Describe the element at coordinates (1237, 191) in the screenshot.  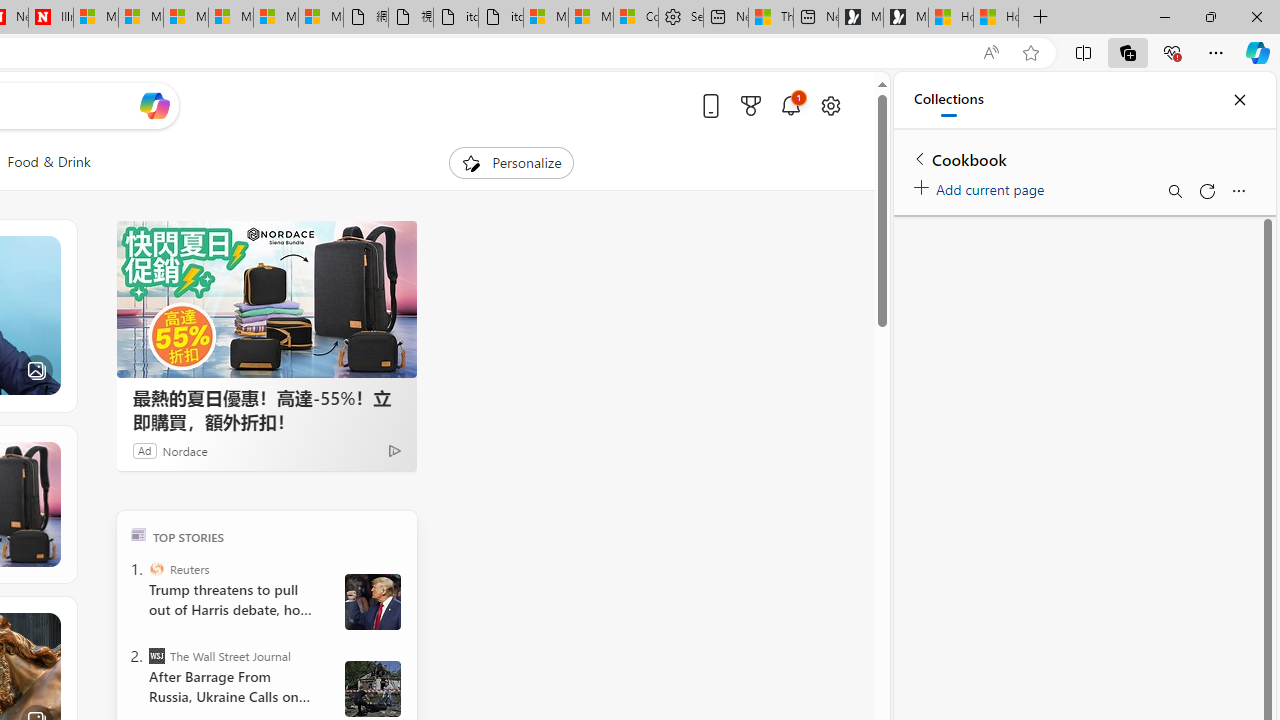
I see `'More options menu'` at that location.